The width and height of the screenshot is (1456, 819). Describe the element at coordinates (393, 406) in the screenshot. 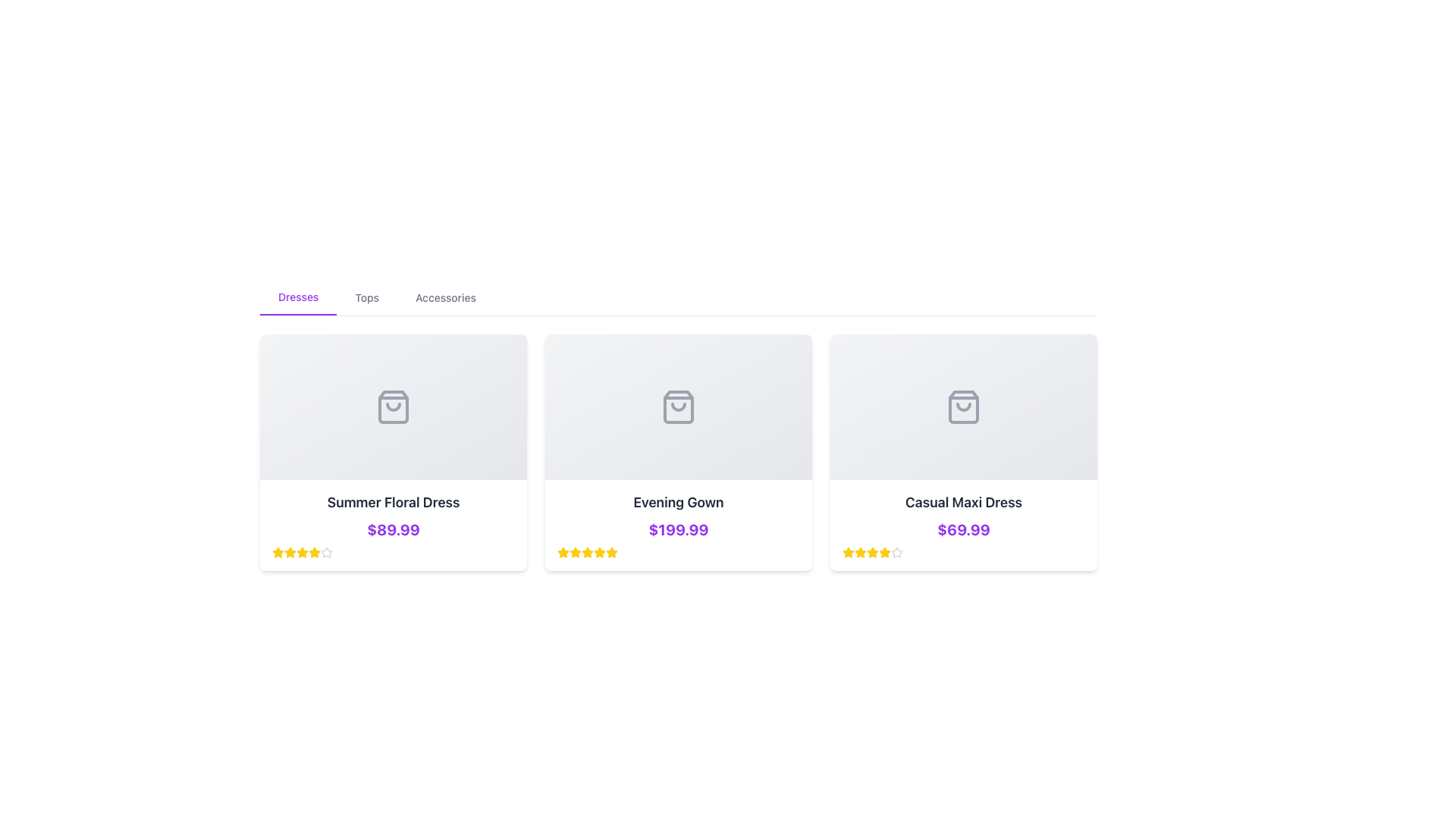

I see `the decorative image placeholder for the 'Summer Floral Dress' product, located at the top center of its product card` at that location.